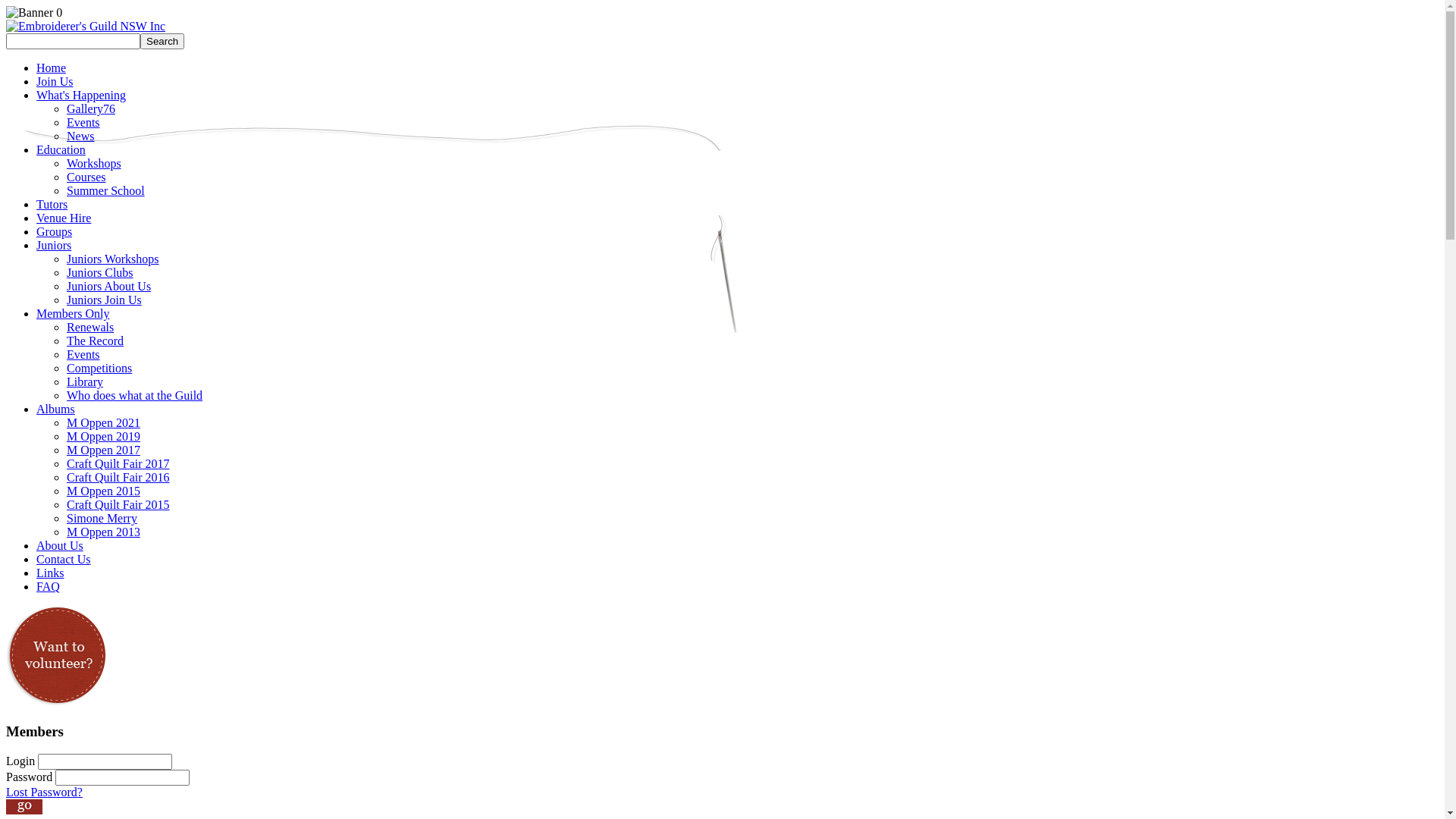  I want to click on 'Events', so click(83, 354).